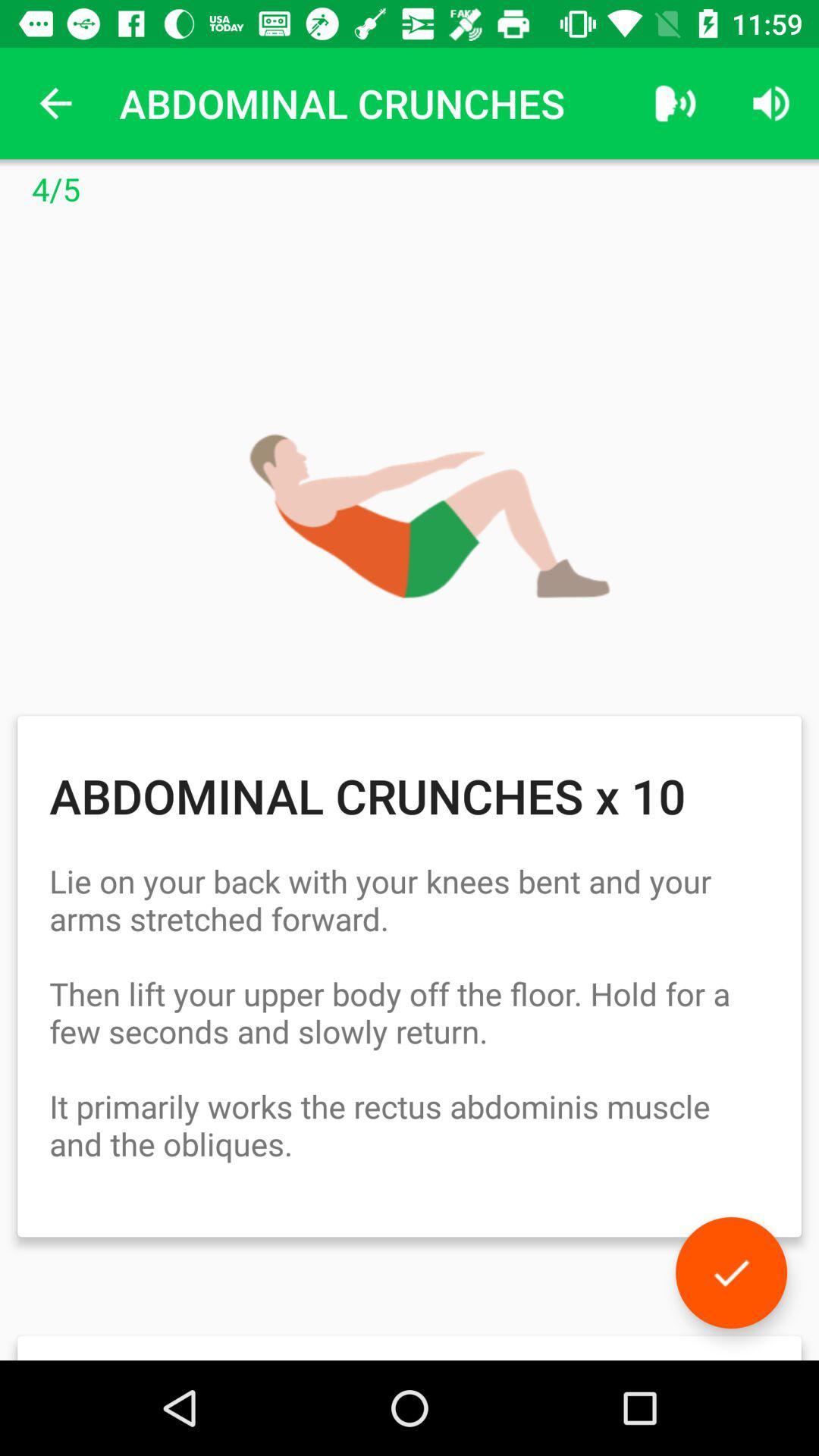 The height and width of the screenshot is (1456, 819). What do you see at coordinates (730, 1272) in the screenshot?
I see `item at the bottom right corner` at bounding box center [730, 1272].